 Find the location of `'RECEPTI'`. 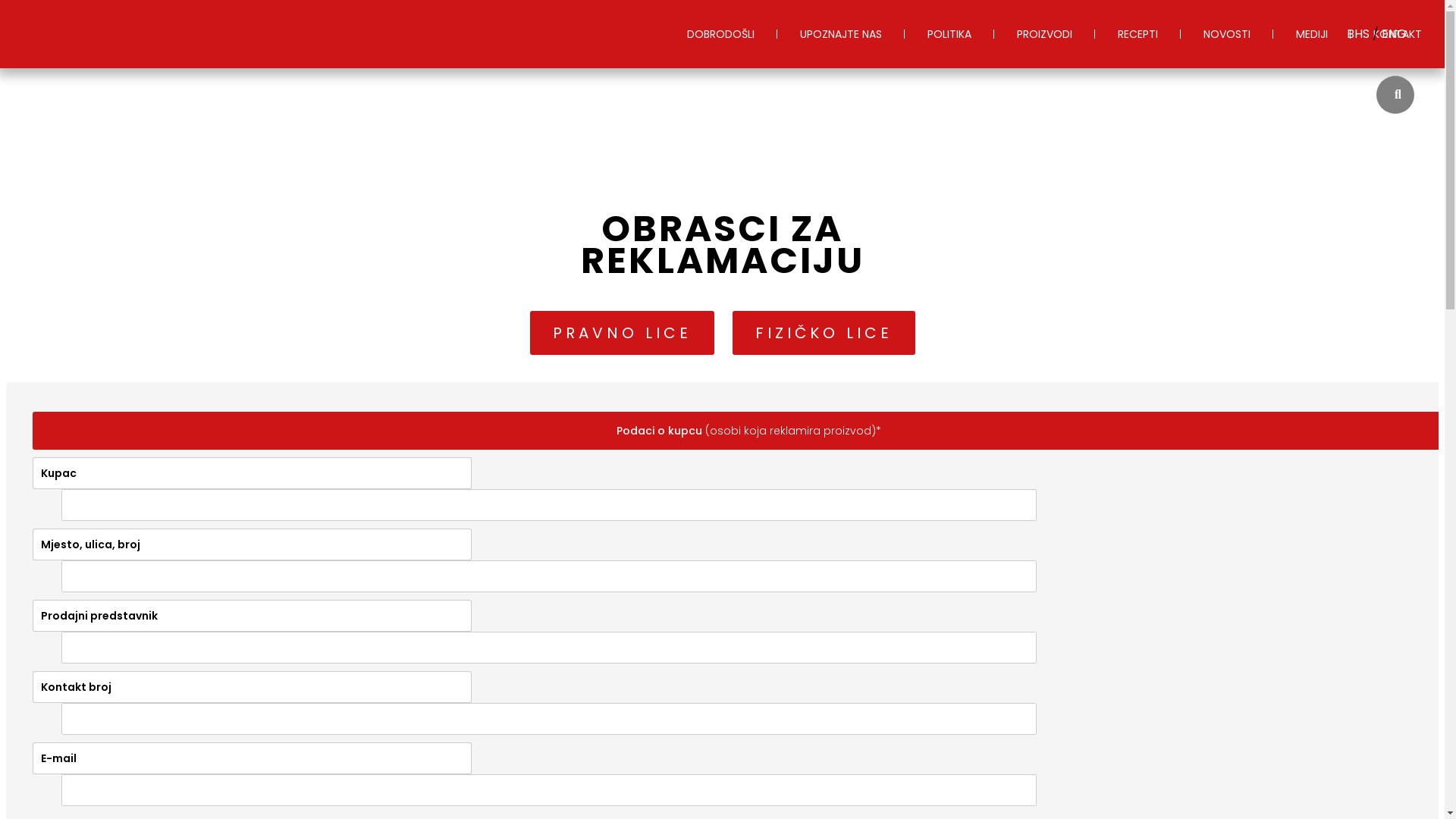

'RECEPTI' is located at coordinates (1137, 34).